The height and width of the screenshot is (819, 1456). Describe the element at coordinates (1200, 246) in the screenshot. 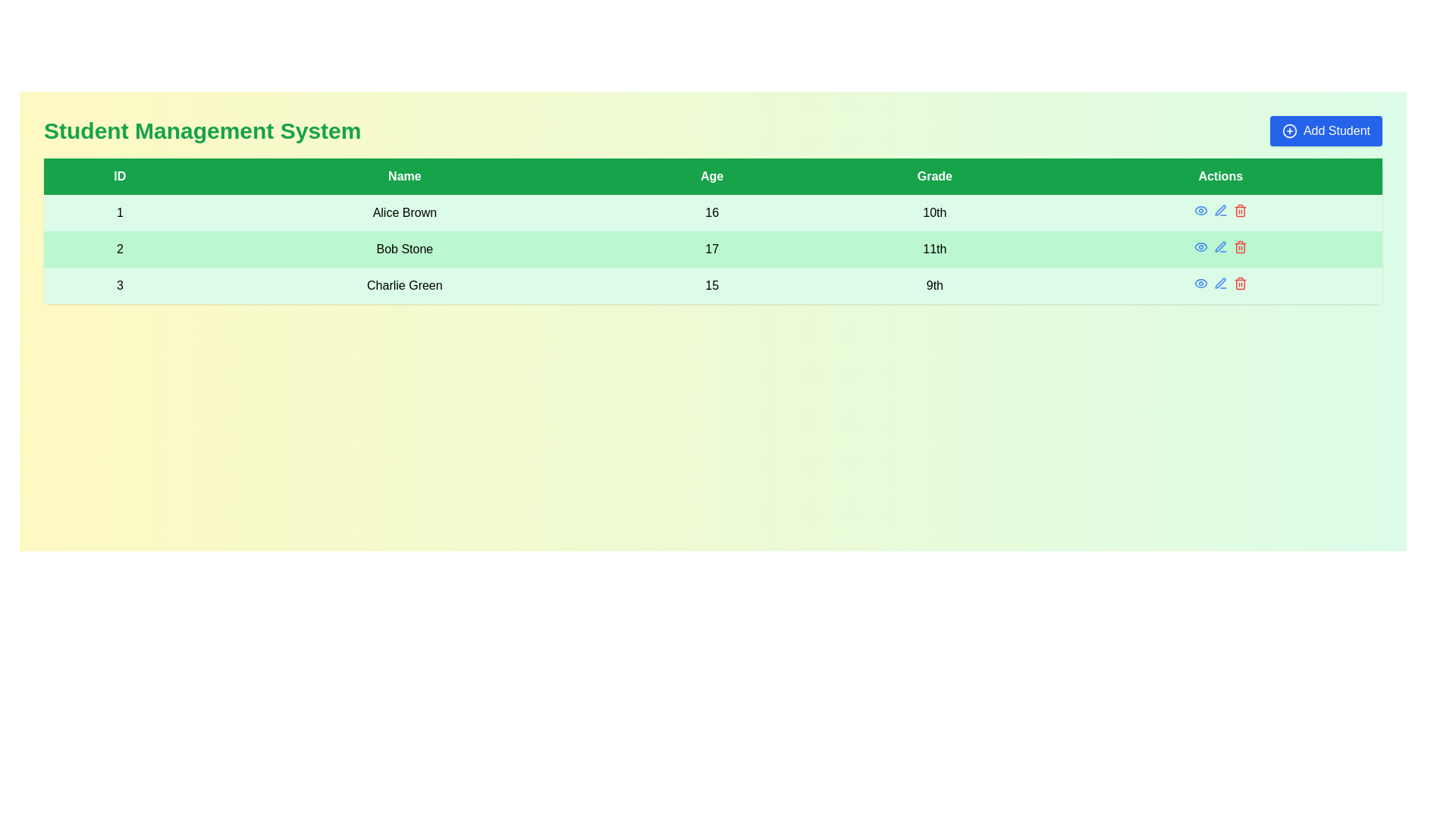

I see `the blue eye icon button located in the 'Actions' column of the second row of the table` at that location.